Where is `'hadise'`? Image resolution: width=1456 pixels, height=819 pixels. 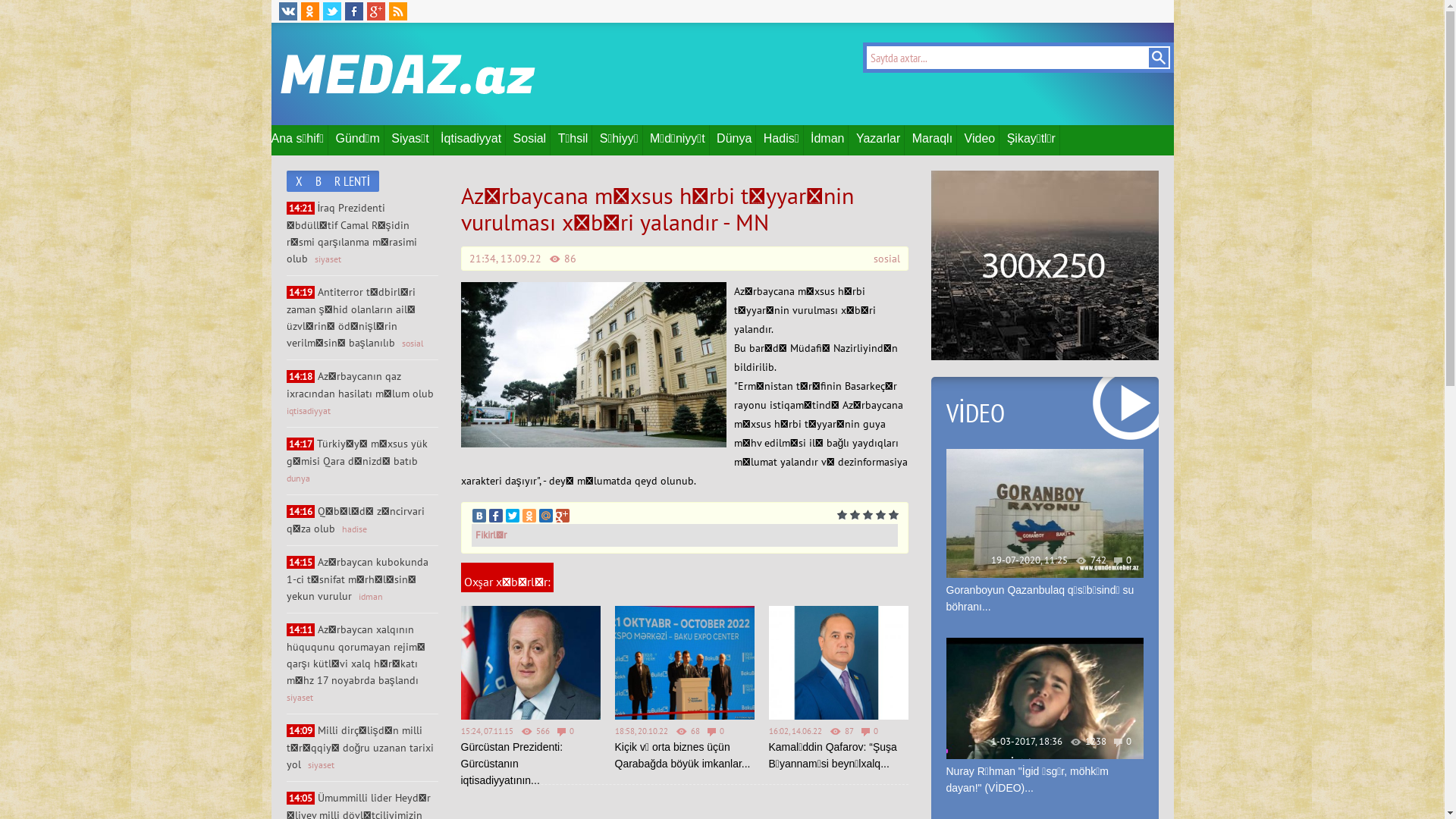
'hadise' is located at coordinates (340, 528).